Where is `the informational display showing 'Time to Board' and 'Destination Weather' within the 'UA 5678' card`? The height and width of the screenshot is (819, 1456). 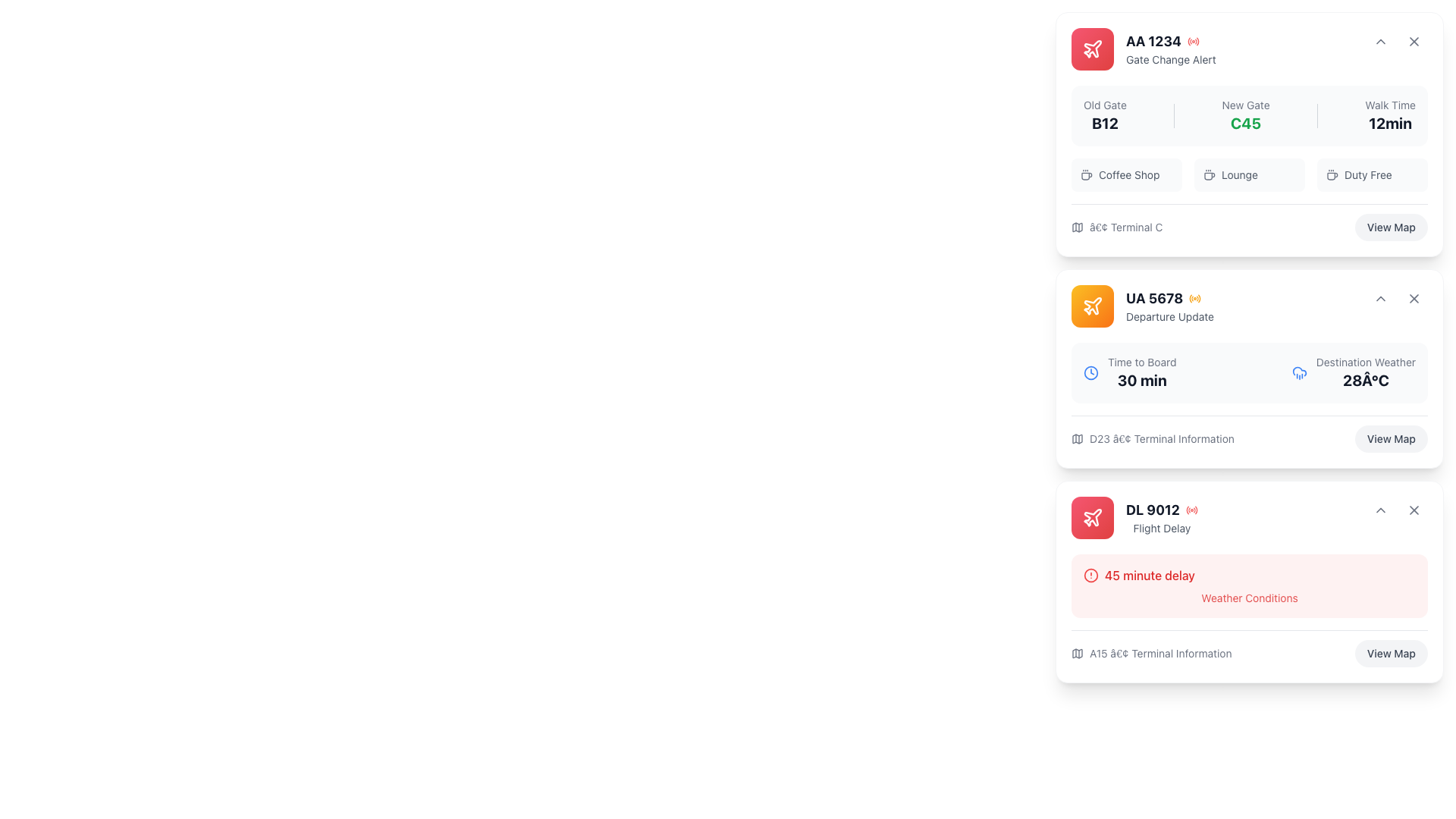 the informational display showing 'Time to Board' and 'Destination Weather' within the 'UA 5678' card is located at coordinates (1249, 397).